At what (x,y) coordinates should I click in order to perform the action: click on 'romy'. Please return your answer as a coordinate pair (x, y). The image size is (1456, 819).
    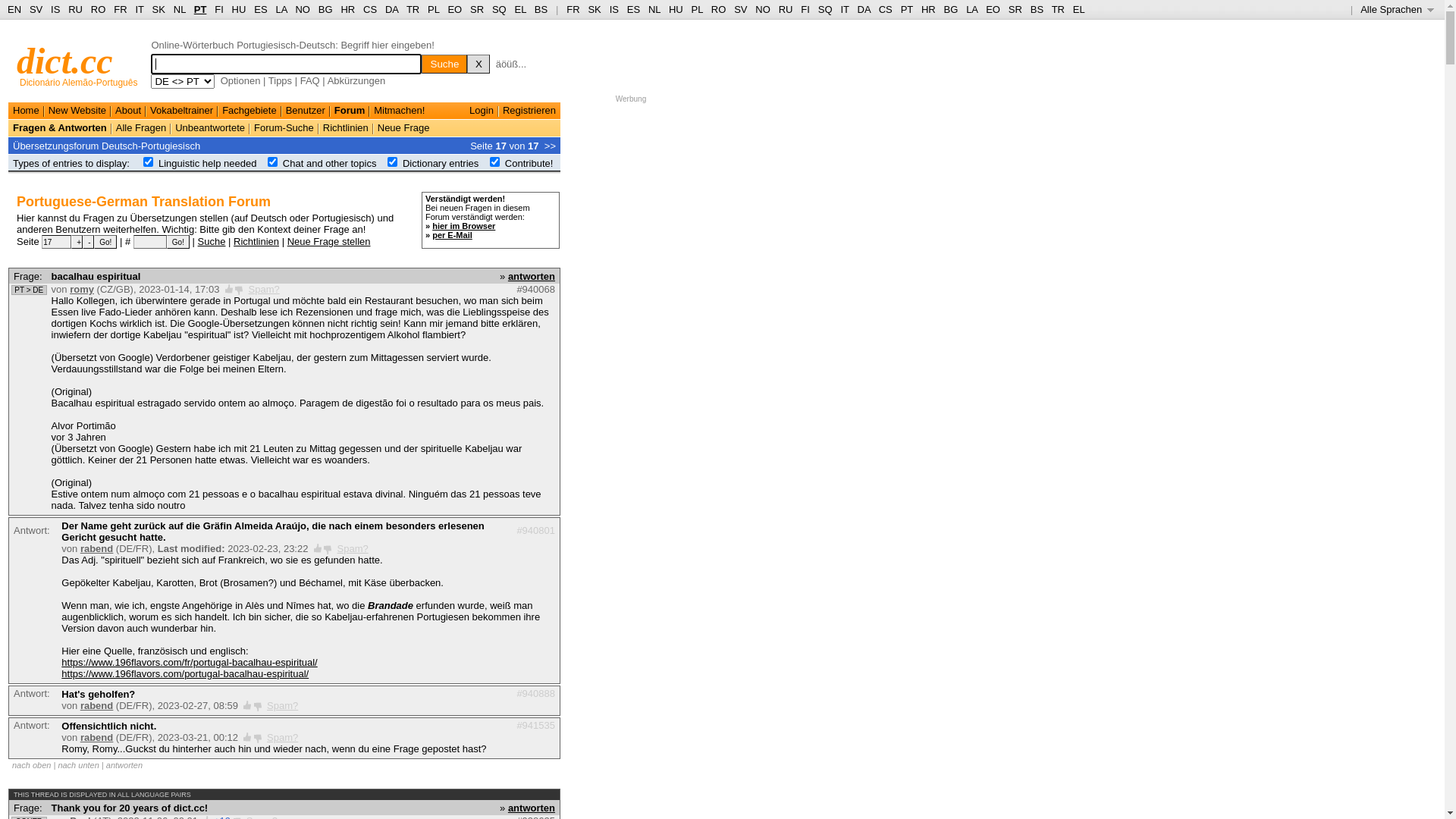
    Looking at the image, I should click on (81, 289).